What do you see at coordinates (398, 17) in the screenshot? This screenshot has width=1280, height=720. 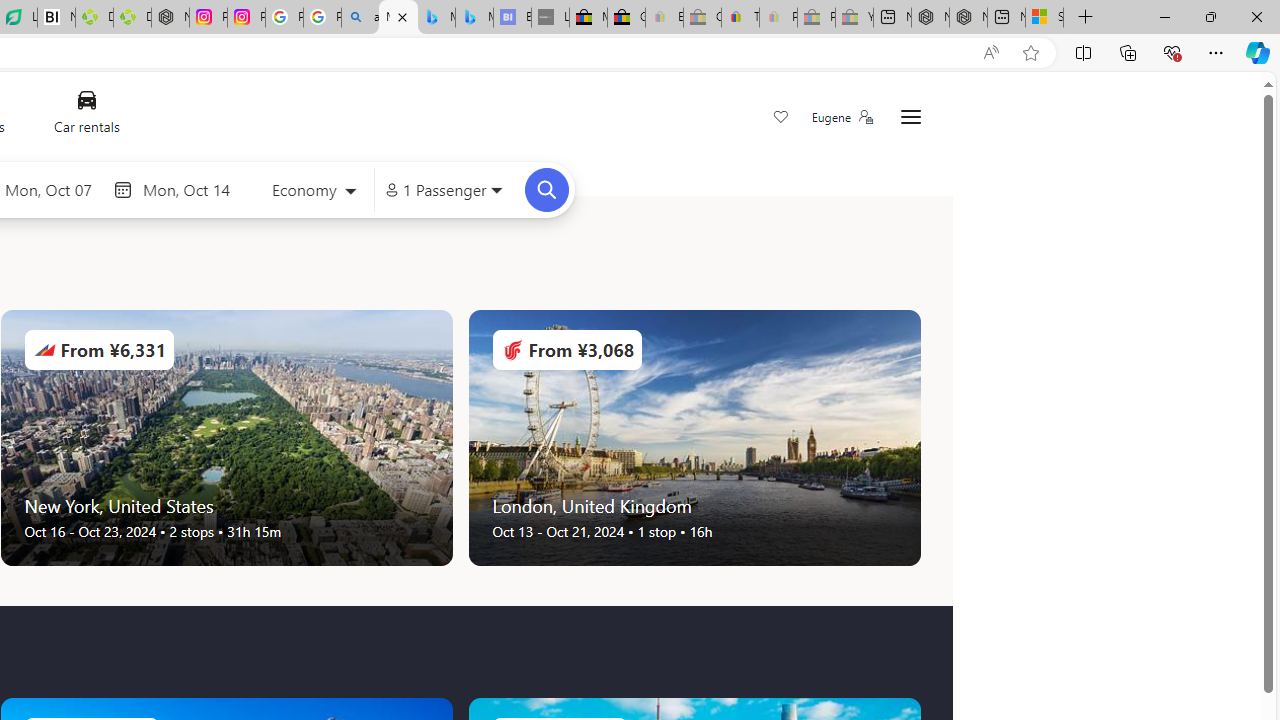 I see `'Microsoft Bing Travel - Flights'` at bounding box center [398, 17].